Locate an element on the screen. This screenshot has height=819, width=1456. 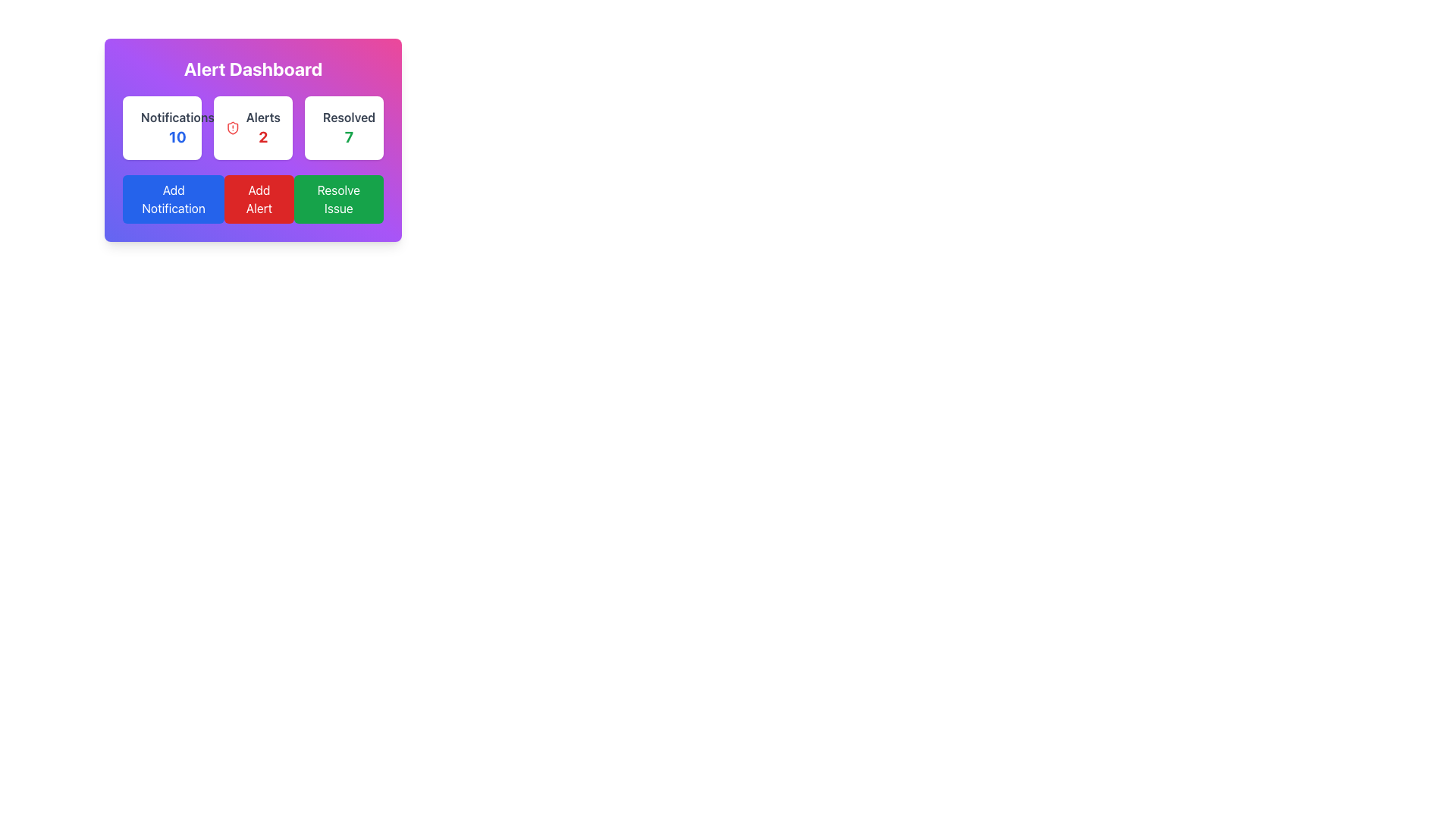
the Information card displaying the count of notifications, located at the first position in a three-column layout, to the left of the 'Alerts' and 'Resolved' cards is located at coordinates (162, 127).